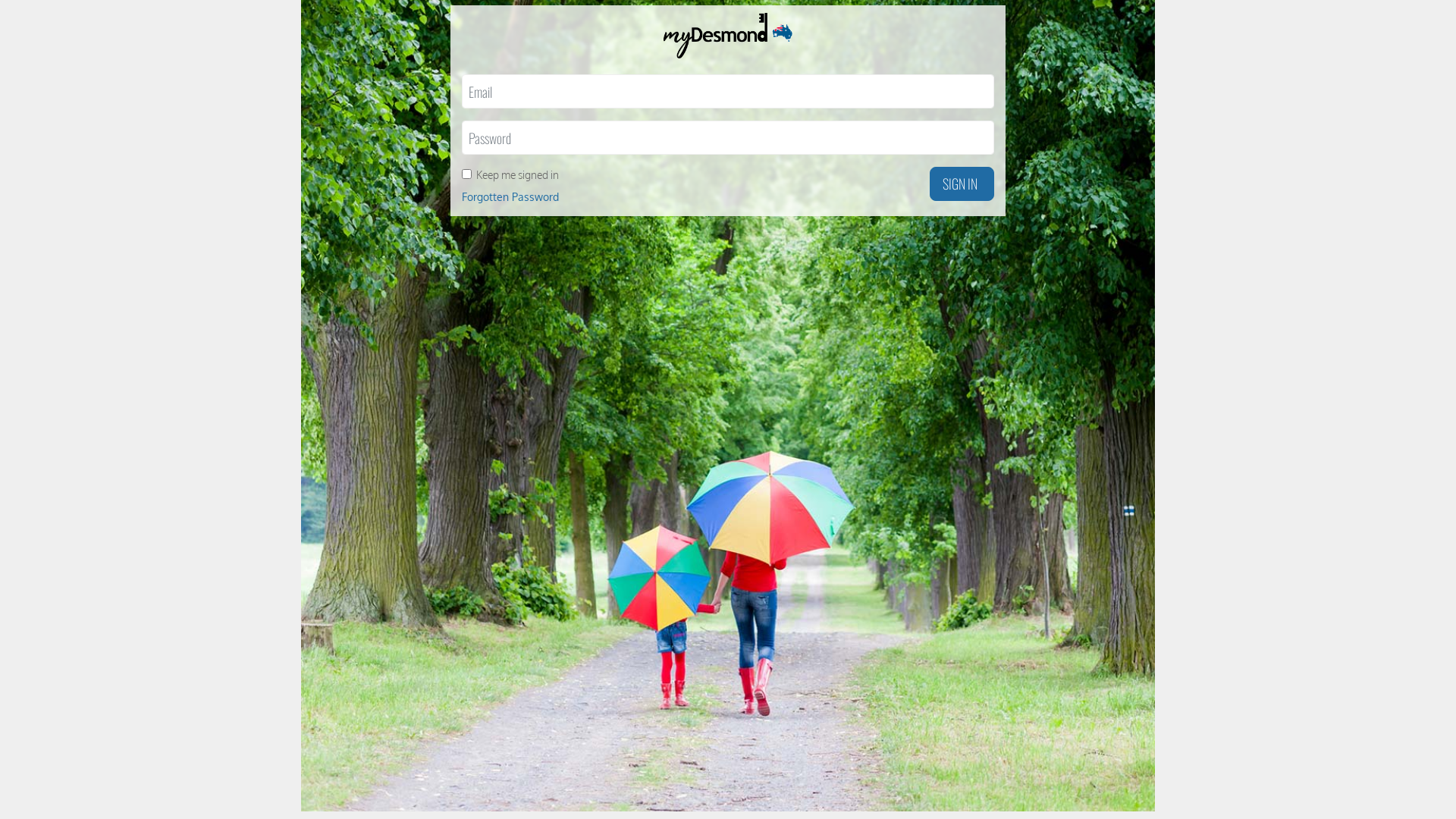  What do you see at coordinates (461, 196) in the screenshot?
I see `'Forgotten Password'` at bounding box center [461, 196].